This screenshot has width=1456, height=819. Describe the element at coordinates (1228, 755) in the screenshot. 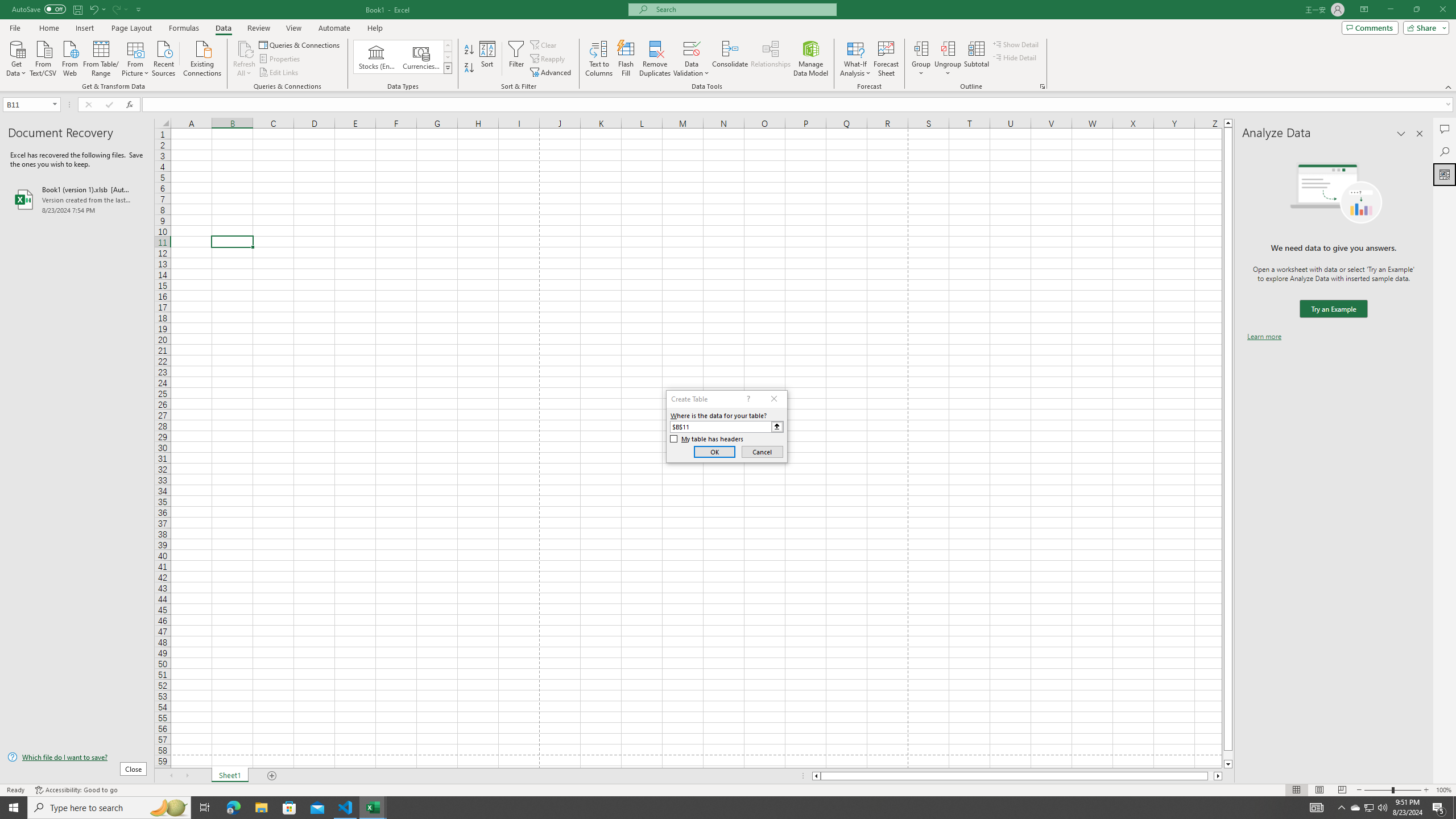

I see `'Page down'` at that location.